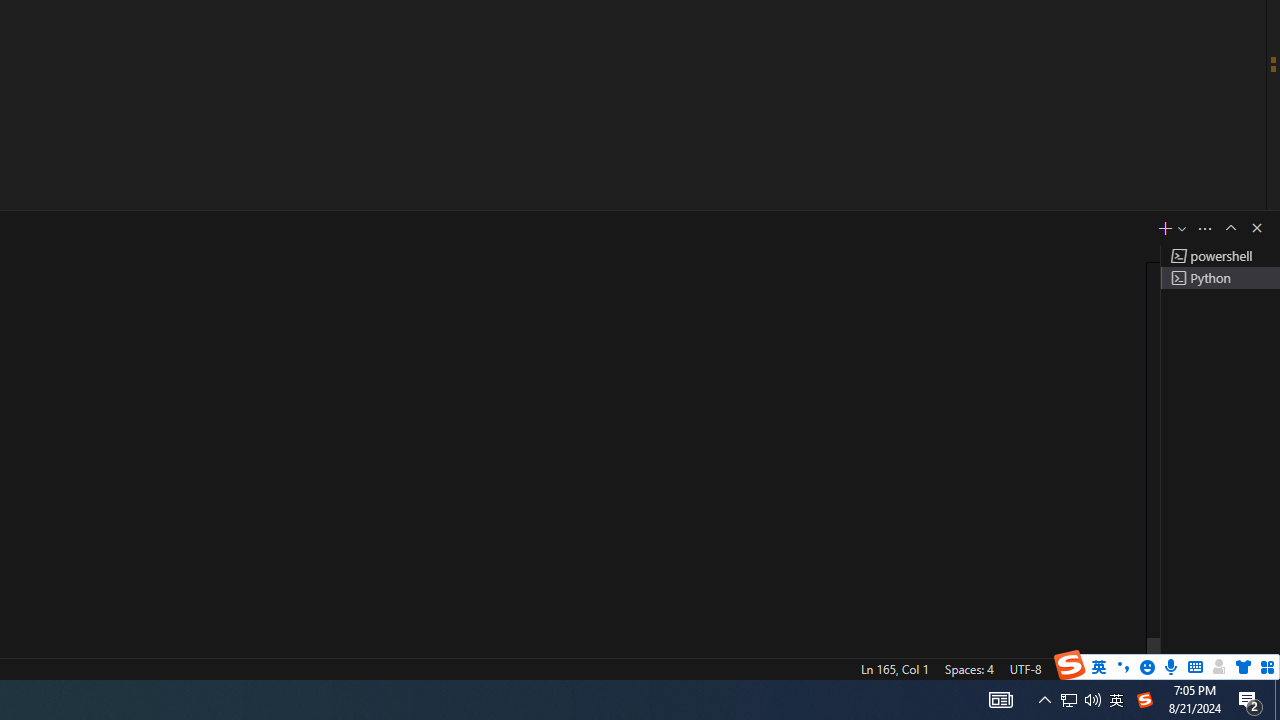 Image resolution: width=1280 pixels, height=720 pixels. Describe the element at coordinates (1219, 254) in the screenshot. I see `'Terminal 1 powershell'` at that location.